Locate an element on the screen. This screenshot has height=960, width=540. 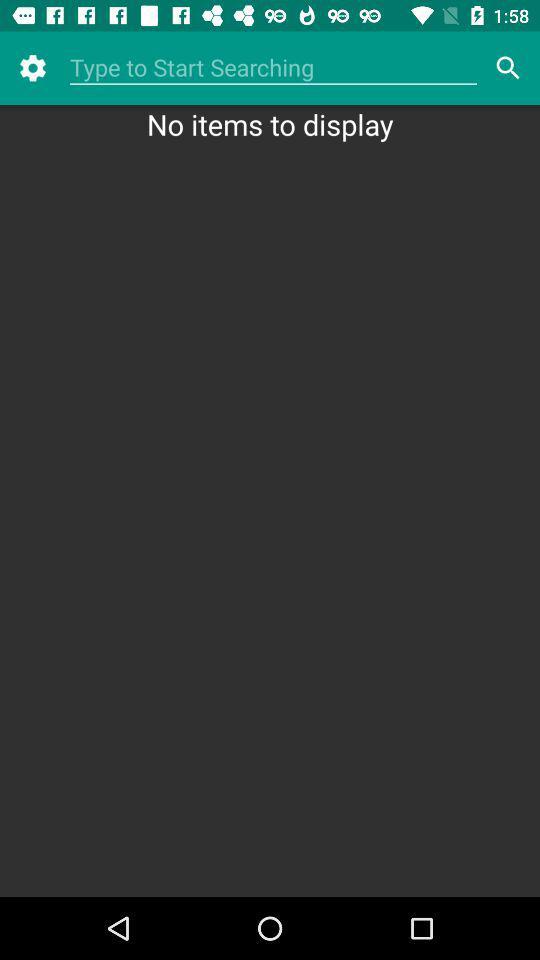
the icon at the top left corner is located at coordinates (31, 68).